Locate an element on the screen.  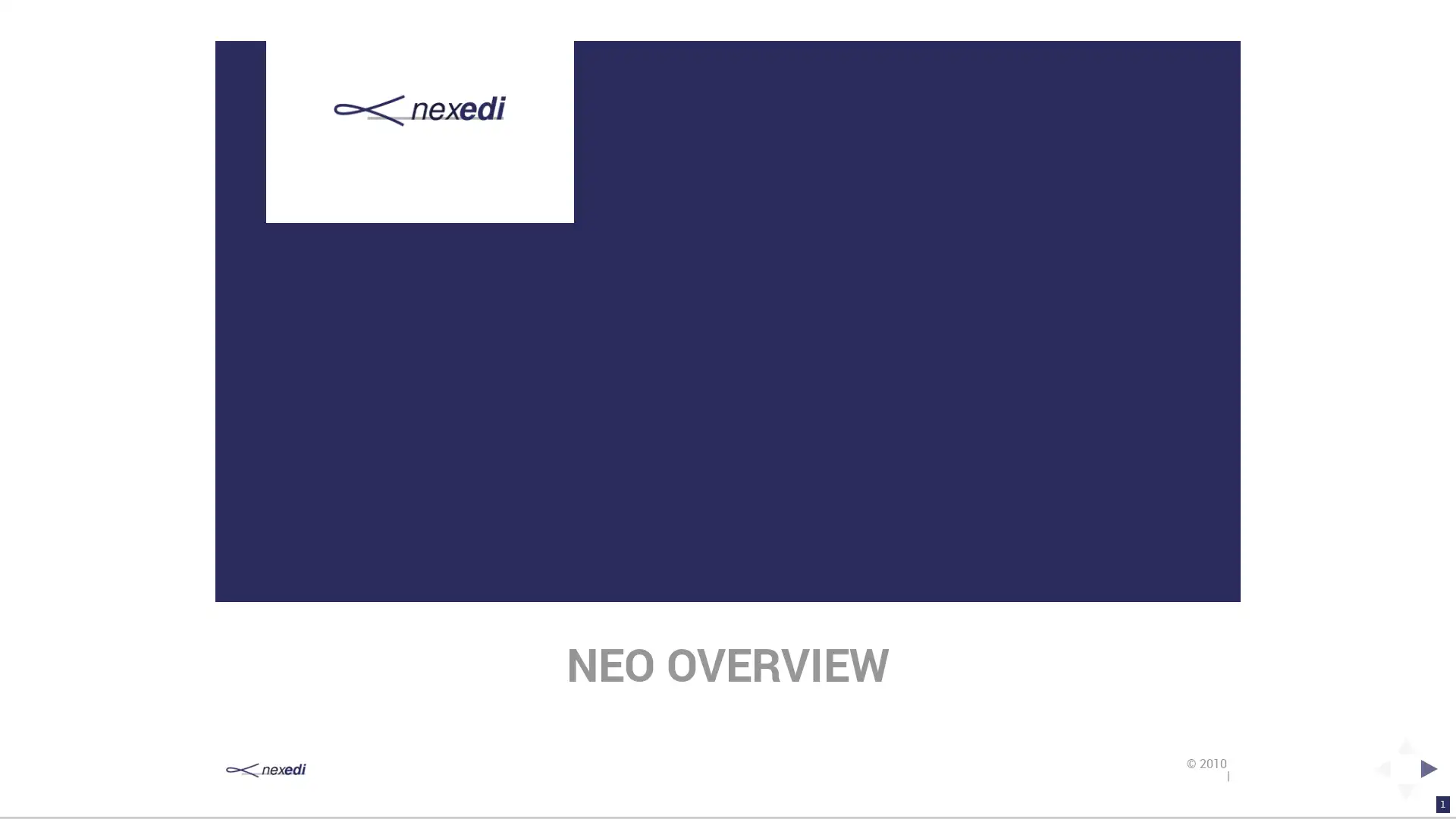
above slide is located at coordinates (1404, 739).